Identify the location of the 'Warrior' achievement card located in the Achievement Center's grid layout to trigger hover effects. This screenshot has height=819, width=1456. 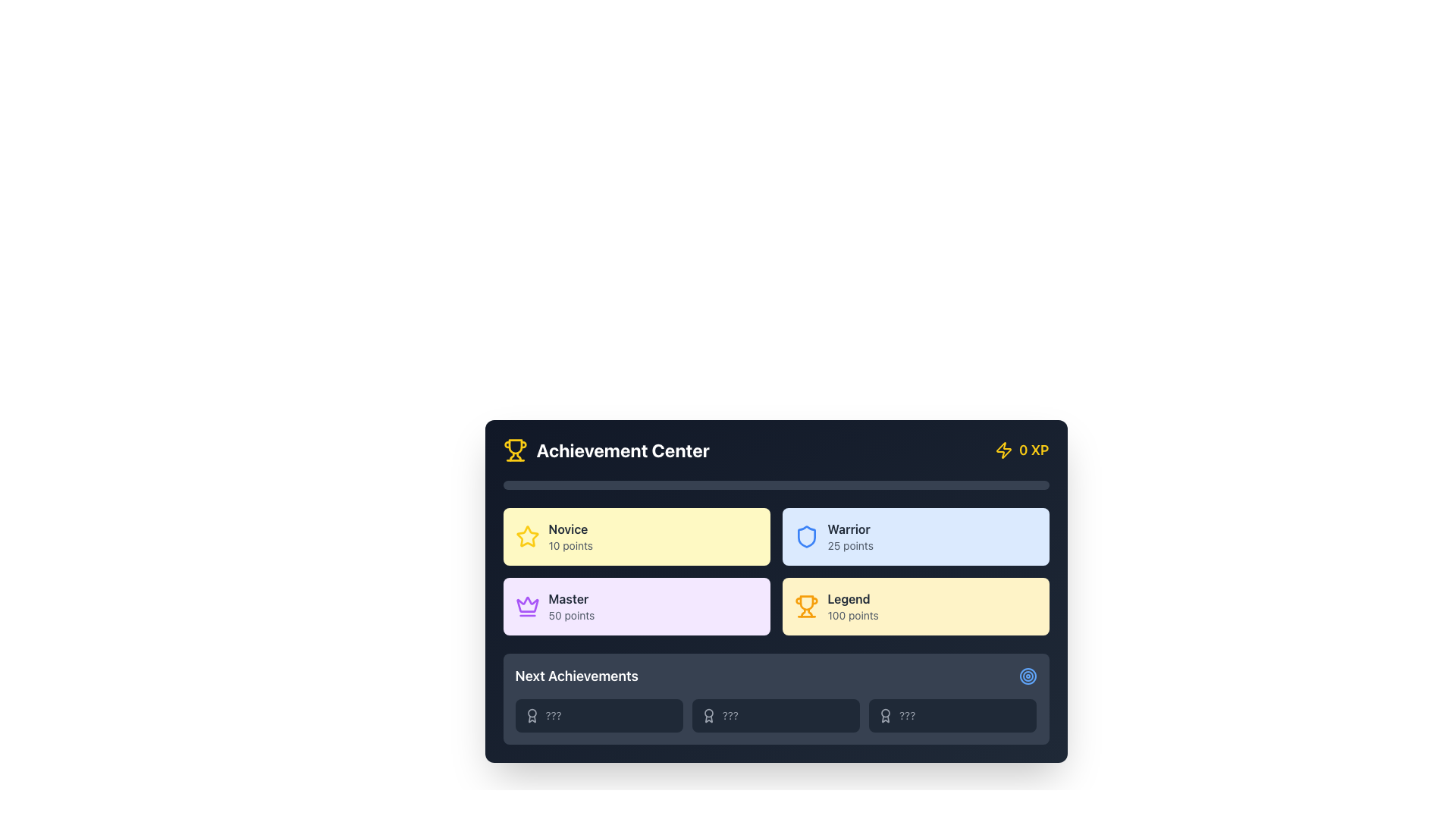
(915, 536).